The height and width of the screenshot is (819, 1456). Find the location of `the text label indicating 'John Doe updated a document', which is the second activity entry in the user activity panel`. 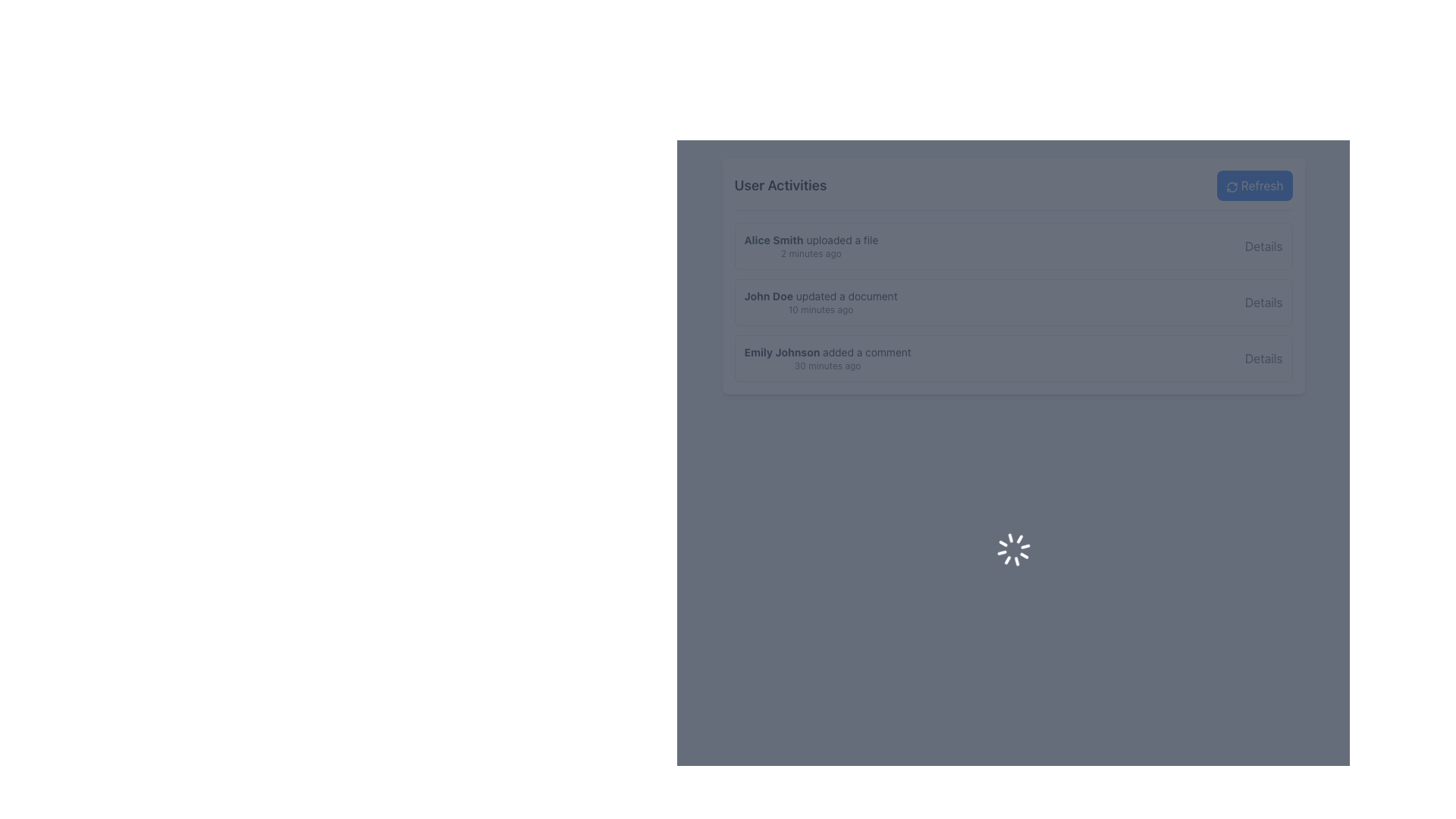

the text label indicating 'John Doe updated a document', which is the second activity entry in the user activity panel is located at coordinates (820, 296).